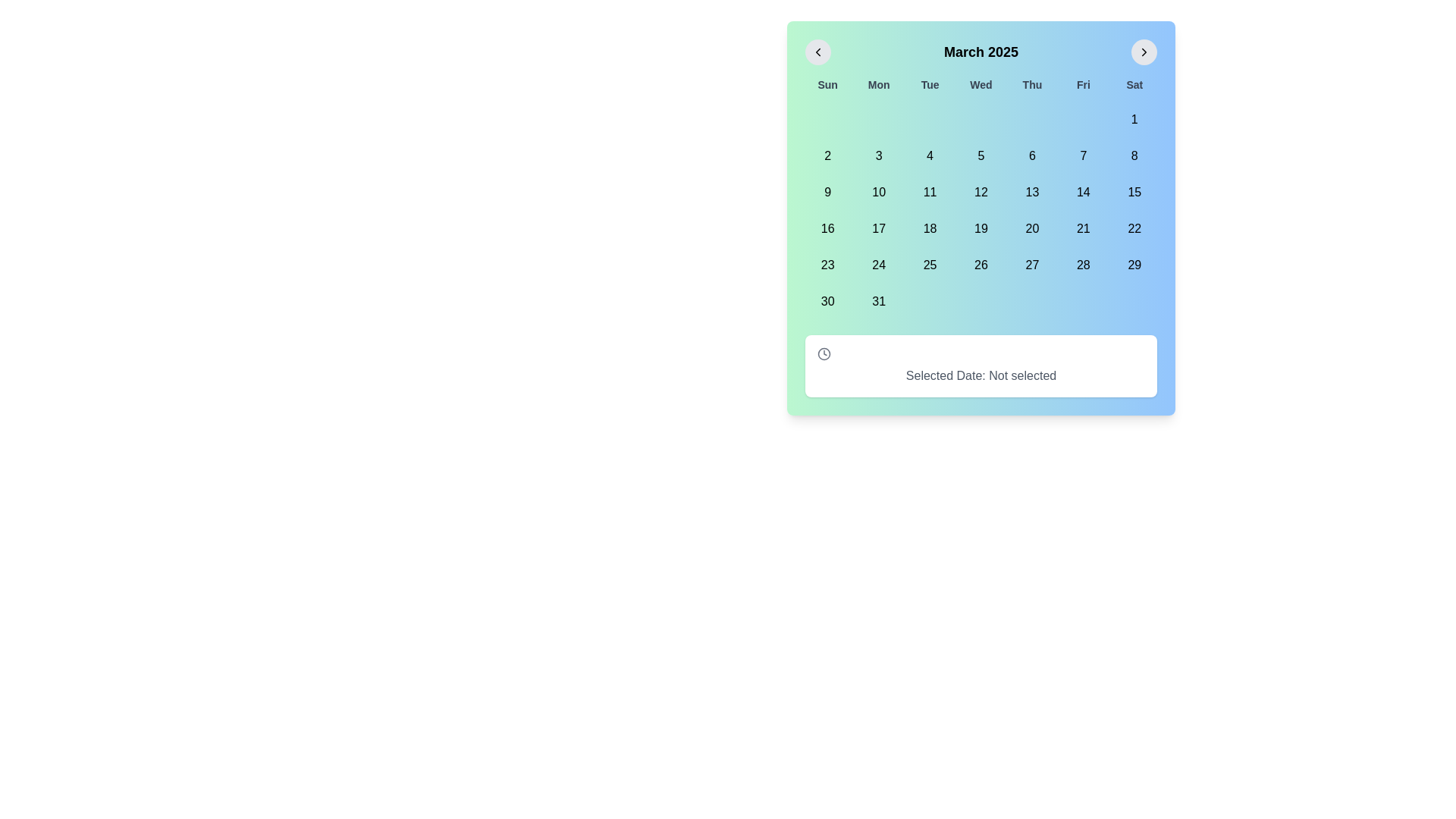 The width and height of the screenshot is (1456, 819). I want to click on the left-facing chevron icon button in the header section of the calendar interface, so click(817, 52).